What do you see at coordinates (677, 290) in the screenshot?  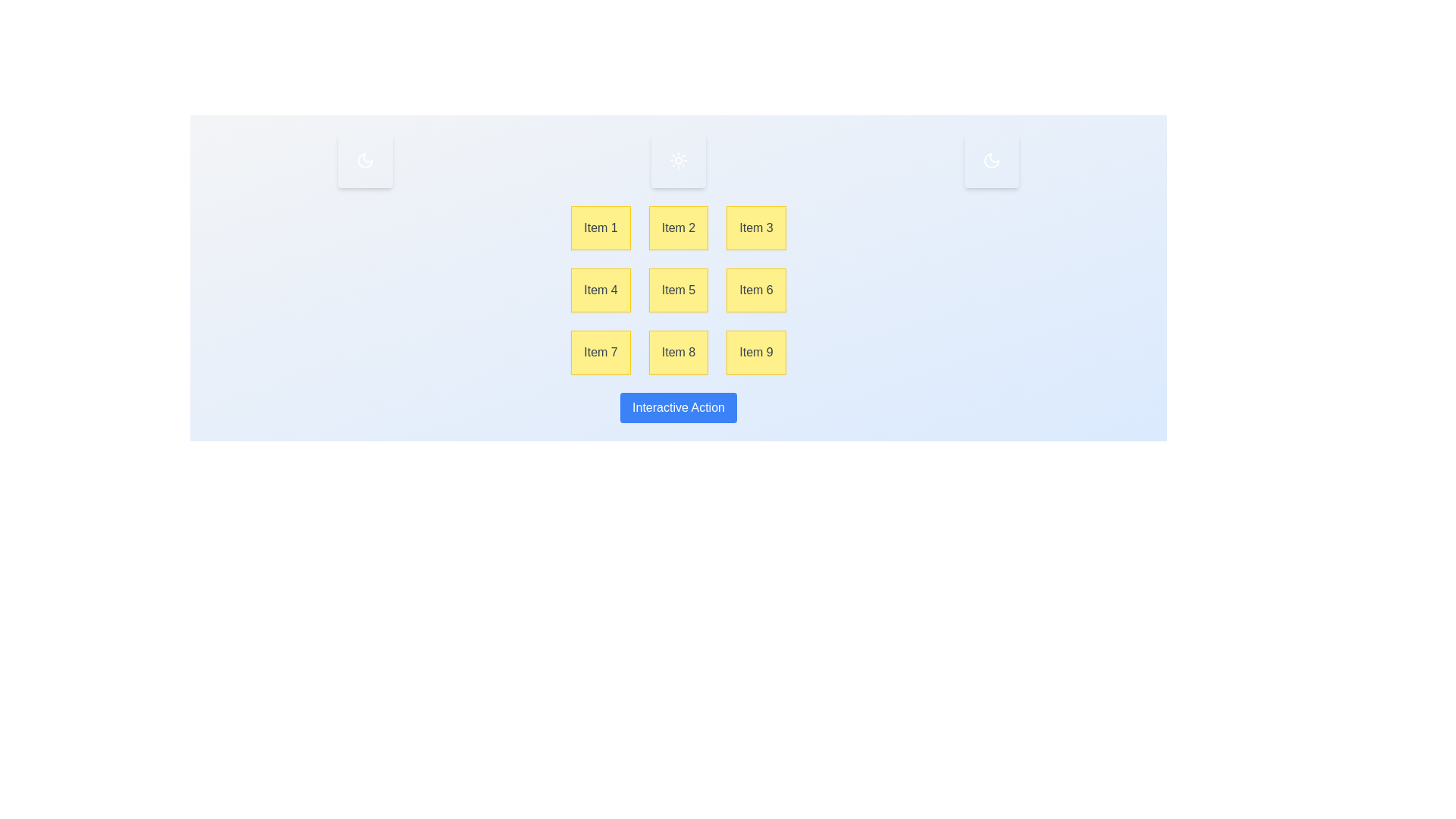 I see `the Label or Static Block with a yellow background displaying the text 'Item 5', located in the middle column and middle row of a 3x3 grid layout` at bounding box center [677, 290].